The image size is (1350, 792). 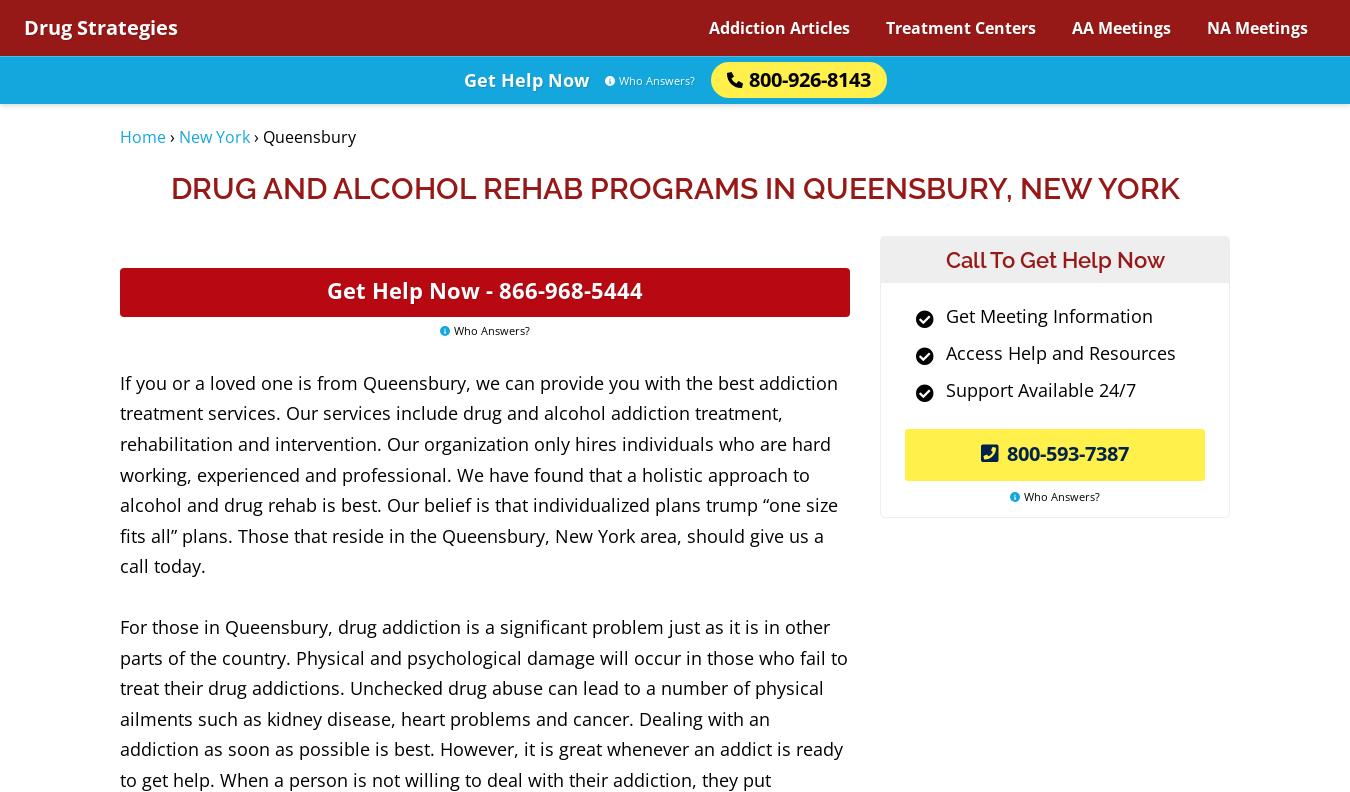 I want to click on 'Home', so click(x=142, y=136).